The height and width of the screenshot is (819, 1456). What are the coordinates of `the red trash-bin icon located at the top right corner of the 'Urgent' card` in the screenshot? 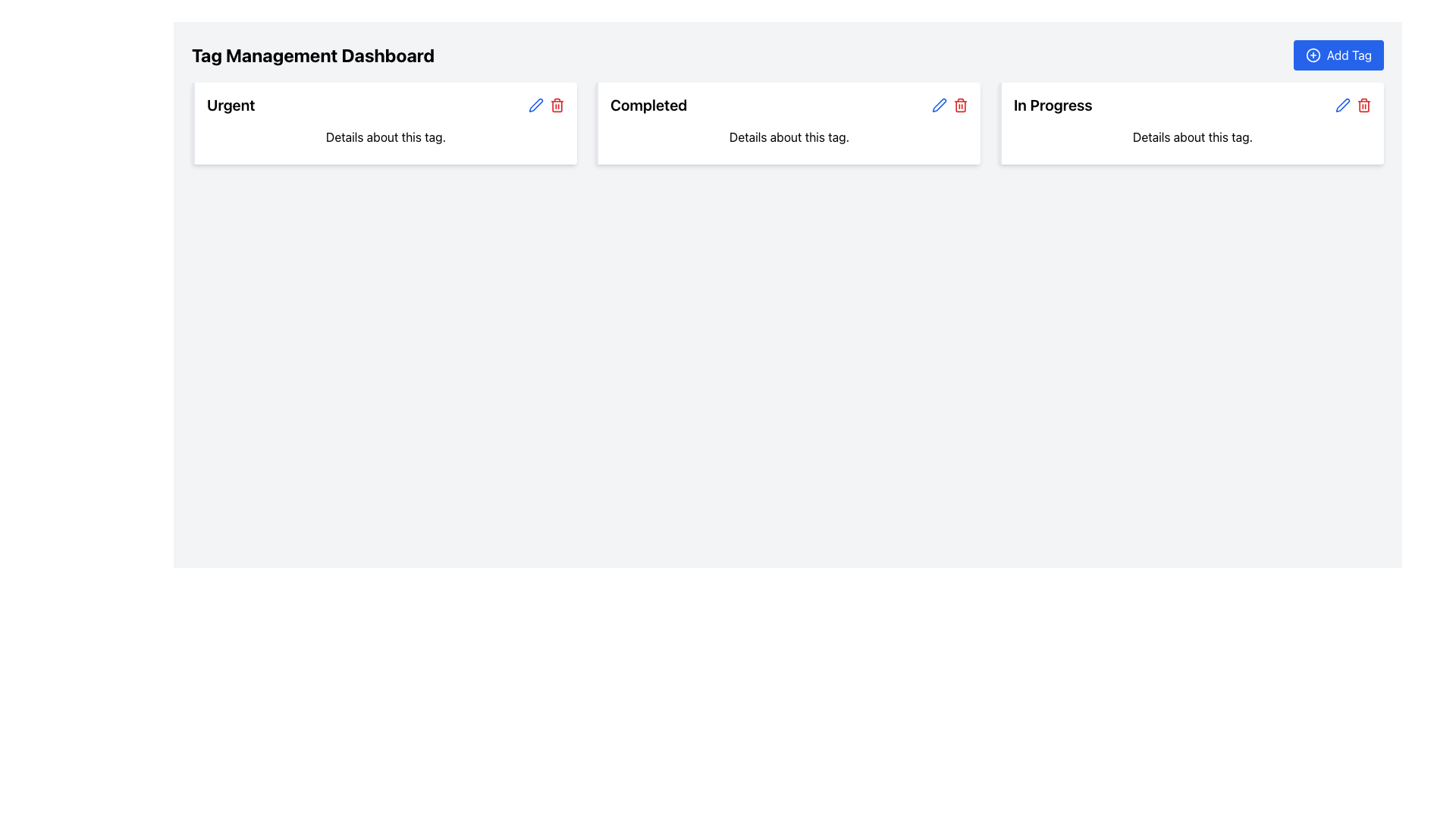 It's located at (556, 104).